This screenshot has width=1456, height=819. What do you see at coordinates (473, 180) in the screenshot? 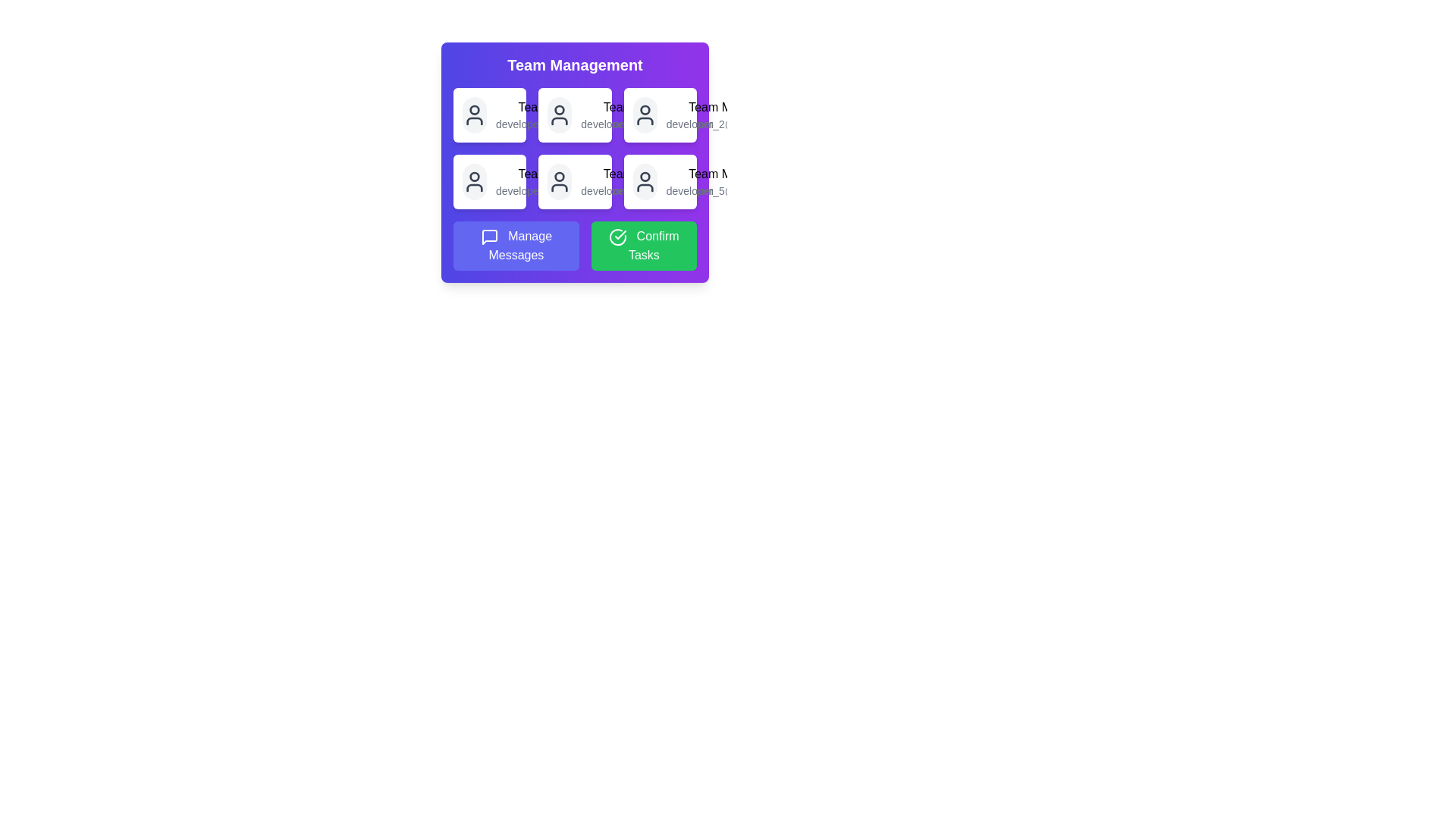
I see `the team member icon located in the second row, first column of the team management interface` at bounding box center [473, 180].